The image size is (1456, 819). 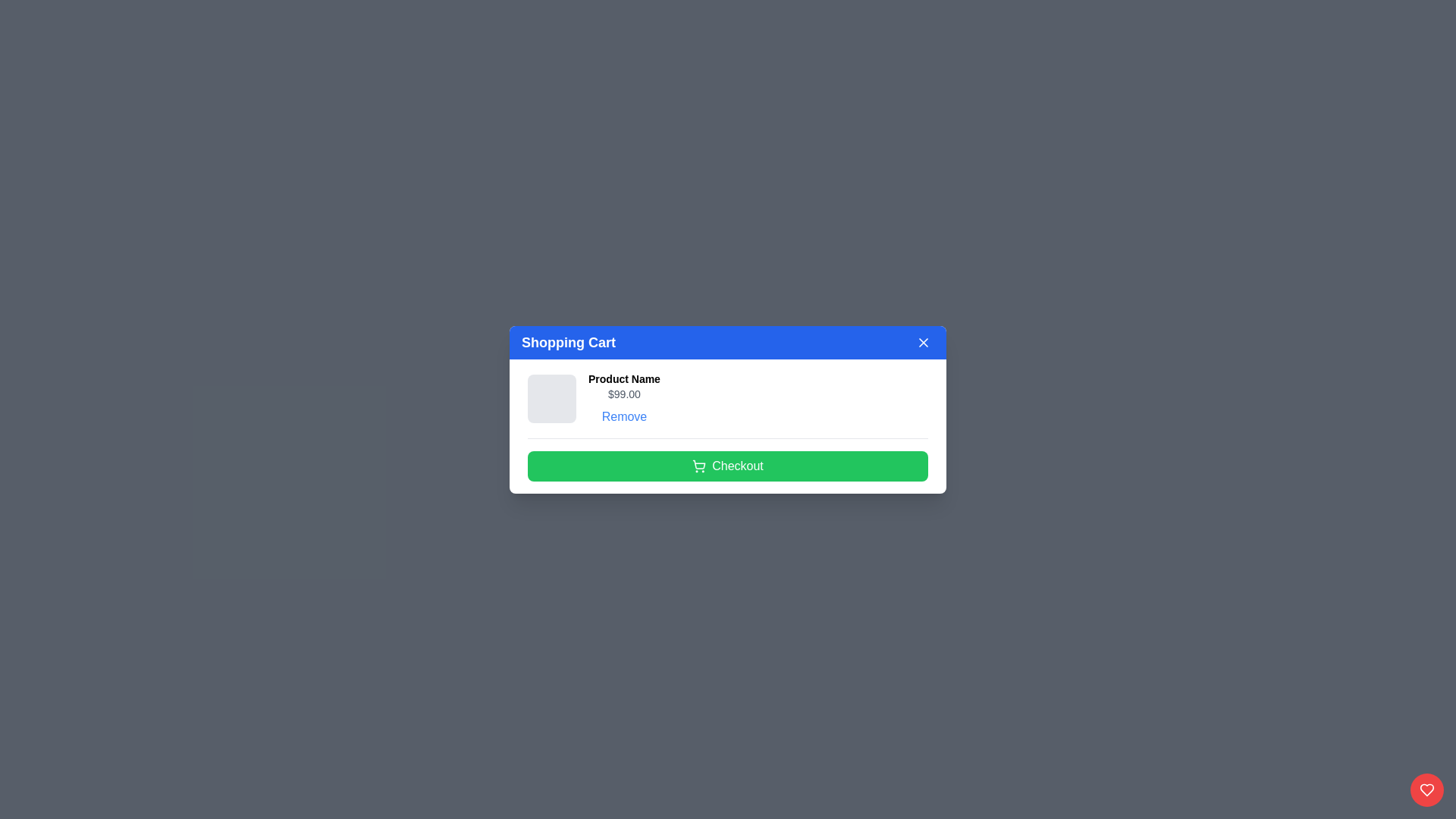 What do you see at coordinates (923, 342) in the screenshot?
I see `the small 'X' icon button in the top-right corner of the 'Shopping Cart' modal to activate its hover effects` at bounding box center [923, 342].